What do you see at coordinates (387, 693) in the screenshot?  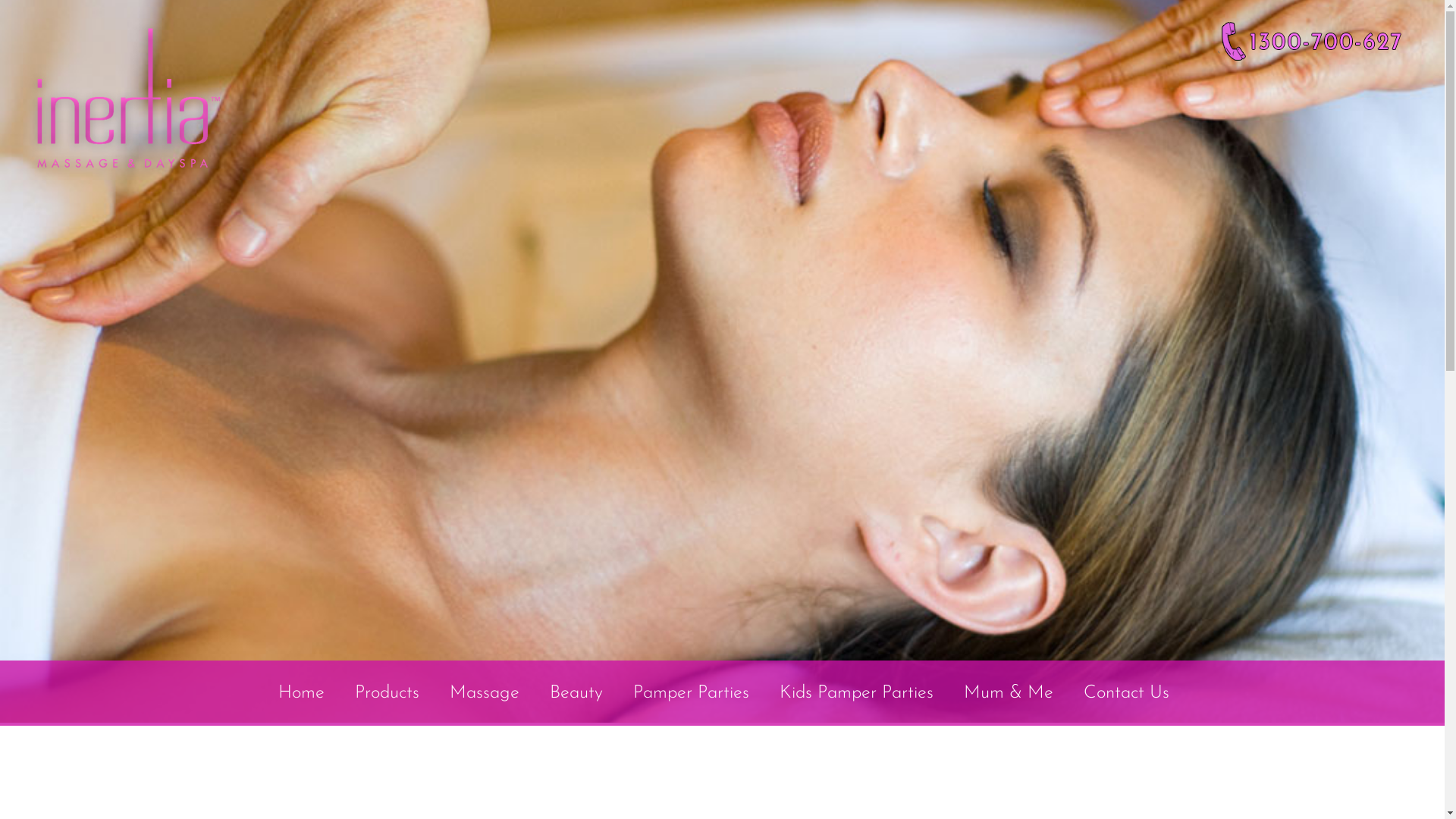 I see `'Products'` at bounding box center [387, 693].